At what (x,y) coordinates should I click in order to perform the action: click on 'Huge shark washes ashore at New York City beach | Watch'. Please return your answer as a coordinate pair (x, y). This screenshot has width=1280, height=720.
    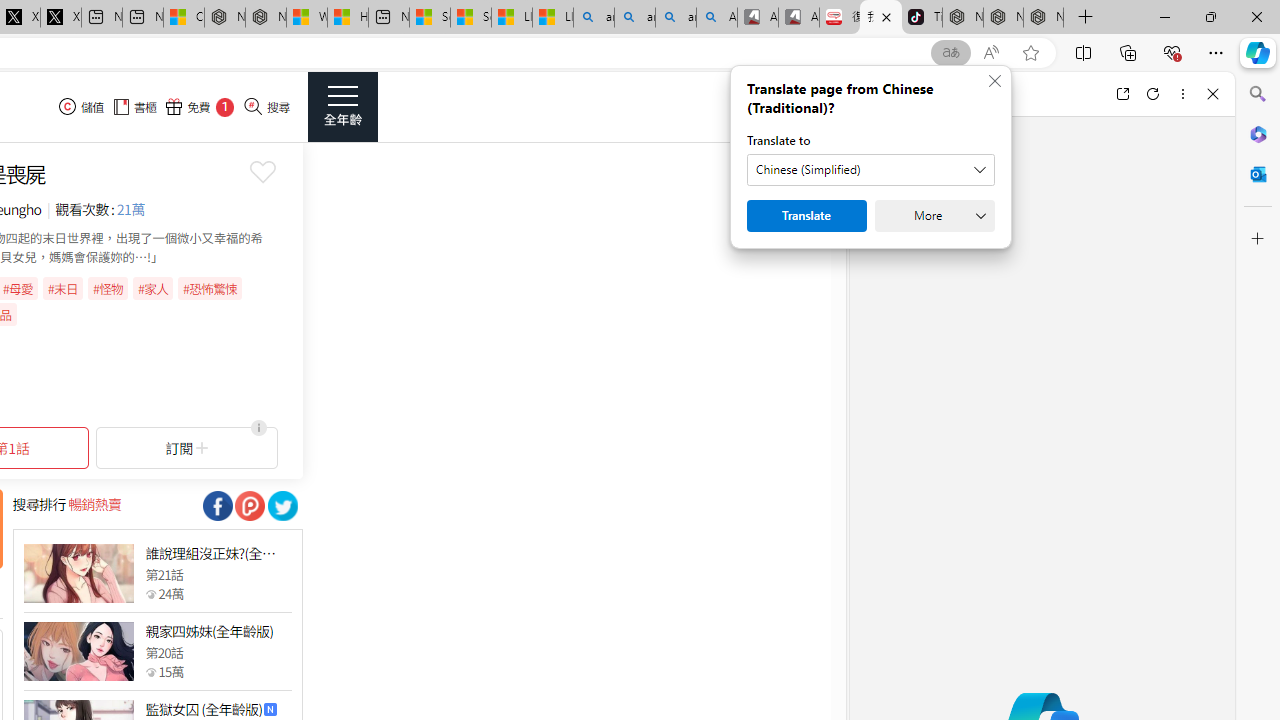
    Looking at the image, I should click on (348, 17).